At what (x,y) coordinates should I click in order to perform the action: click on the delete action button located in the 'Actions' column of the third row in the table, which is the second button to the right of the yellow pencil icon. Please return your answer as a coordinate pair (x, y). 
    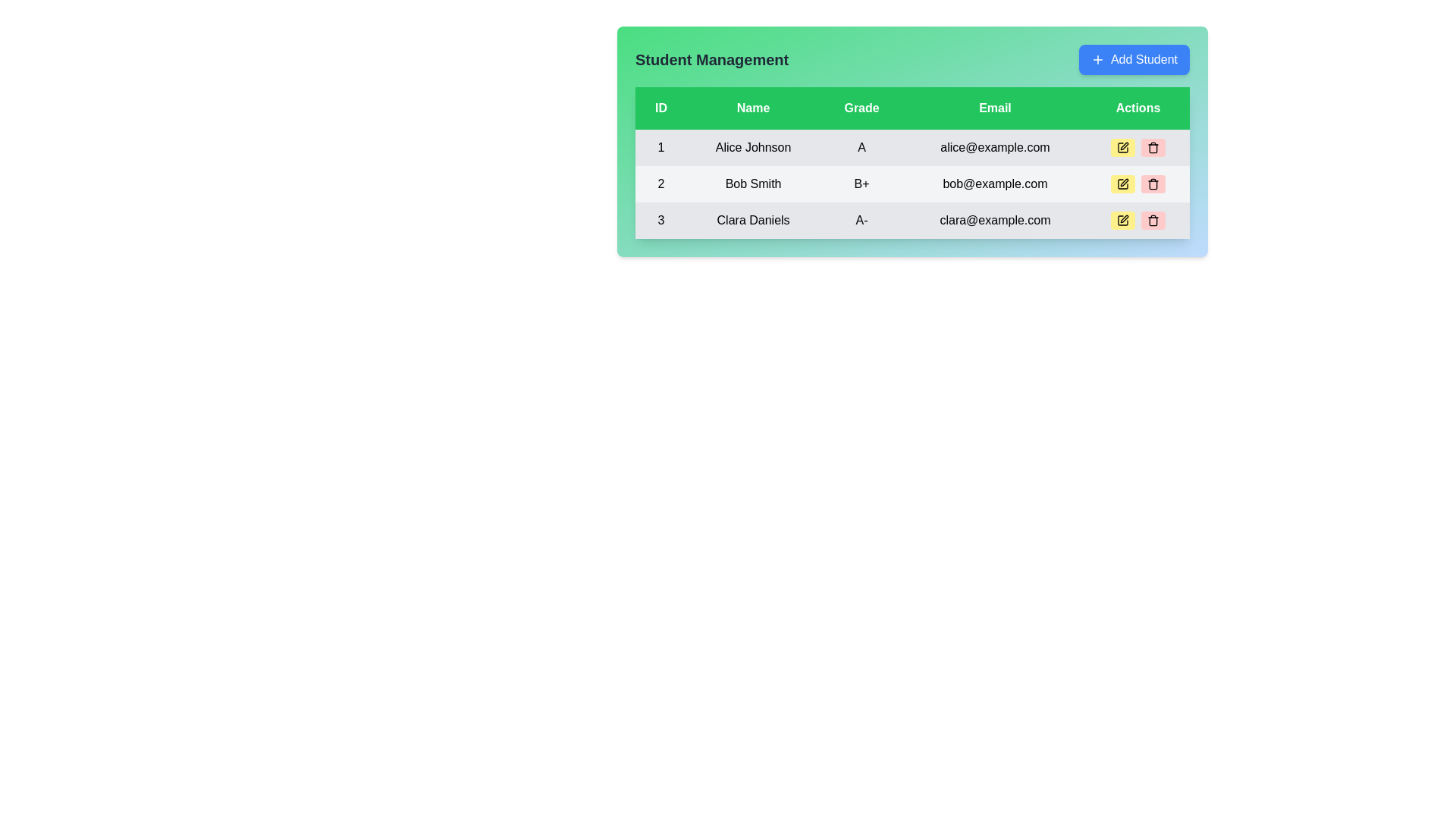
    Looking at the image, I should click on (1153, 220).